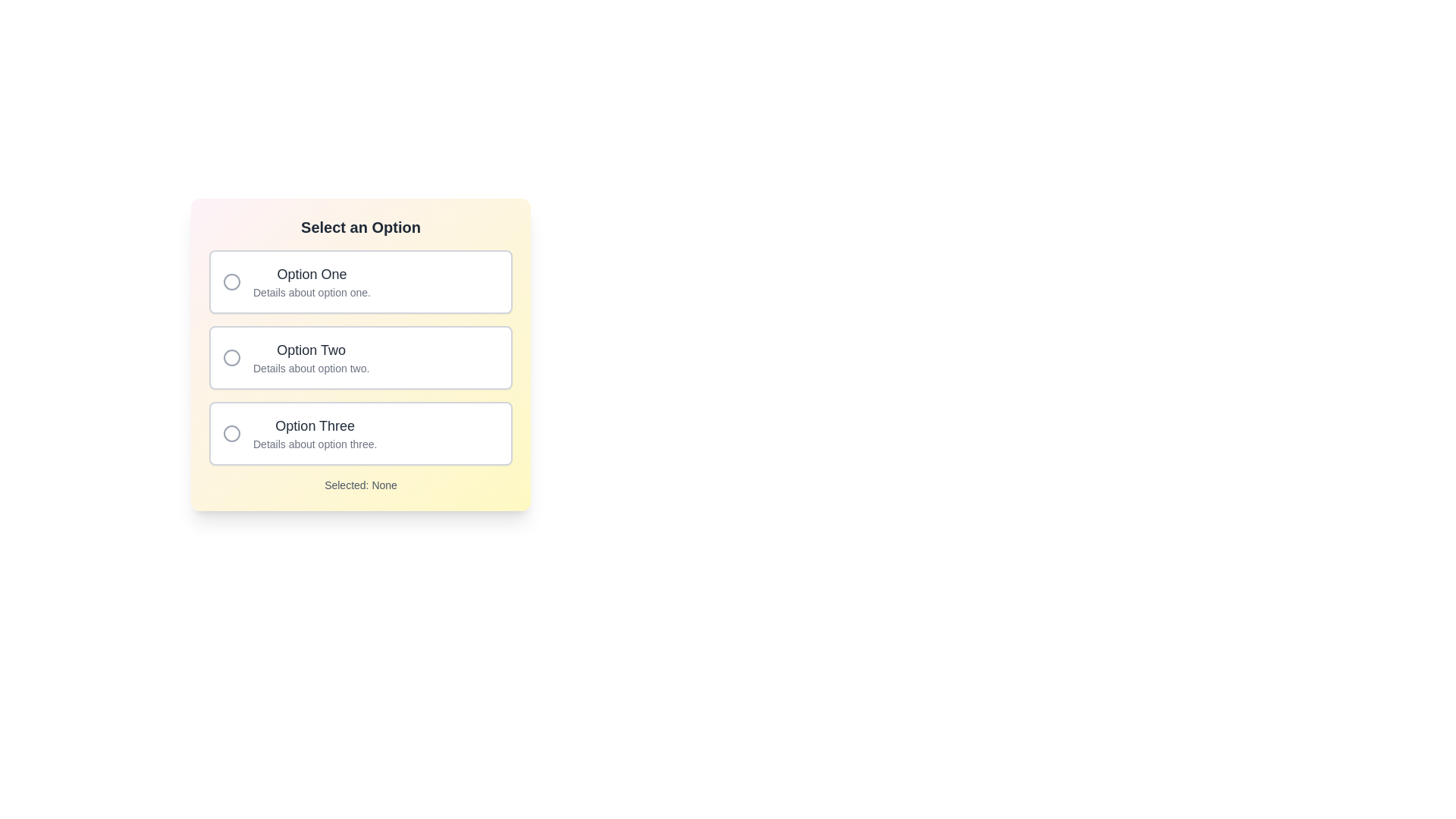 The height and width of the screenshot is (819, 1456). Describe the element at coordinates (231, 357) in the screenshot. I see `the circular component of the 'Option Two' selection indicator, which is part of a three-option selectable group` at that location.